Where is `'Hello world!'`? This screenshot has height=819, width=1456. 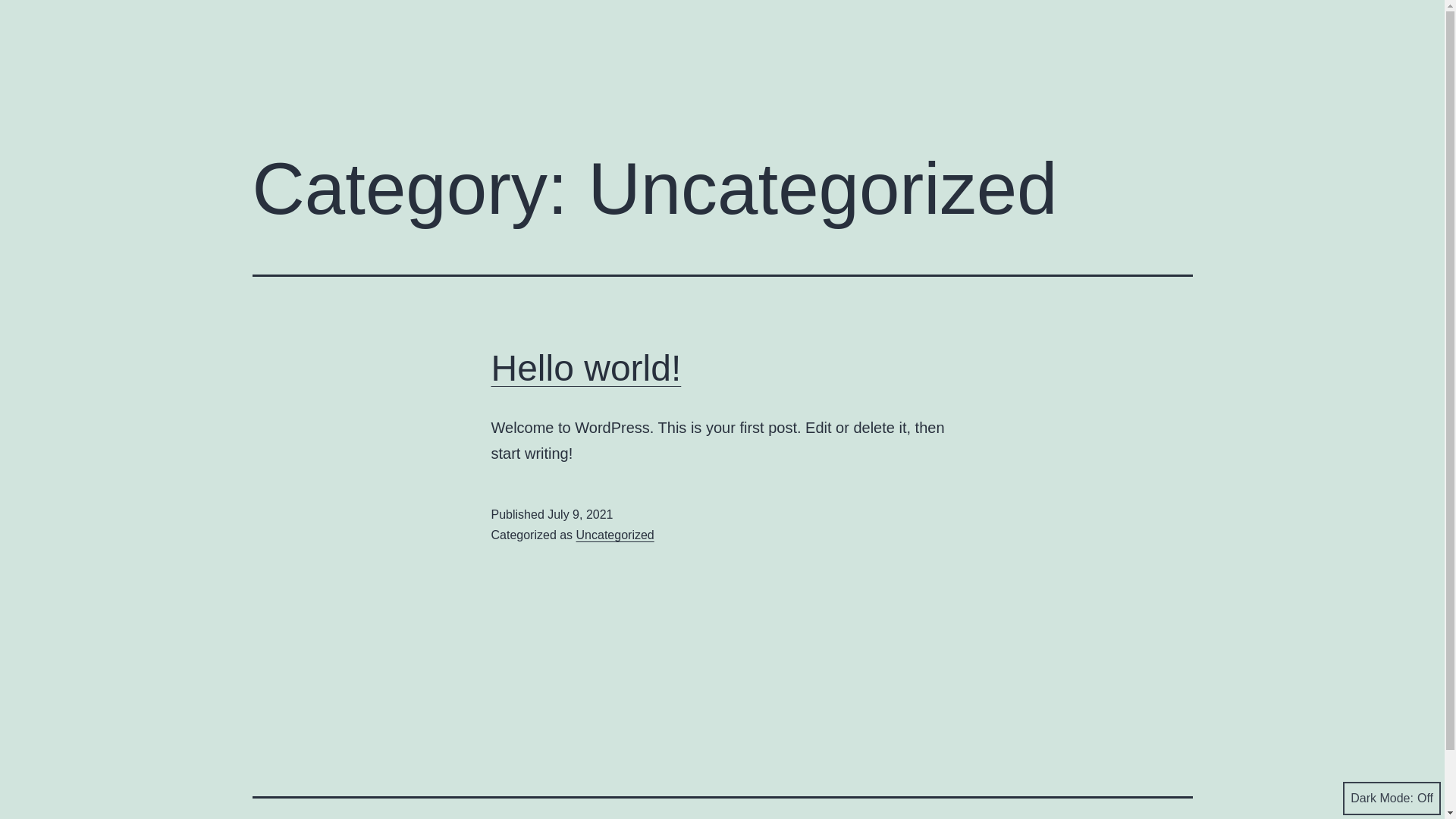 'Hello world!' is located at coordinates (491, 368).